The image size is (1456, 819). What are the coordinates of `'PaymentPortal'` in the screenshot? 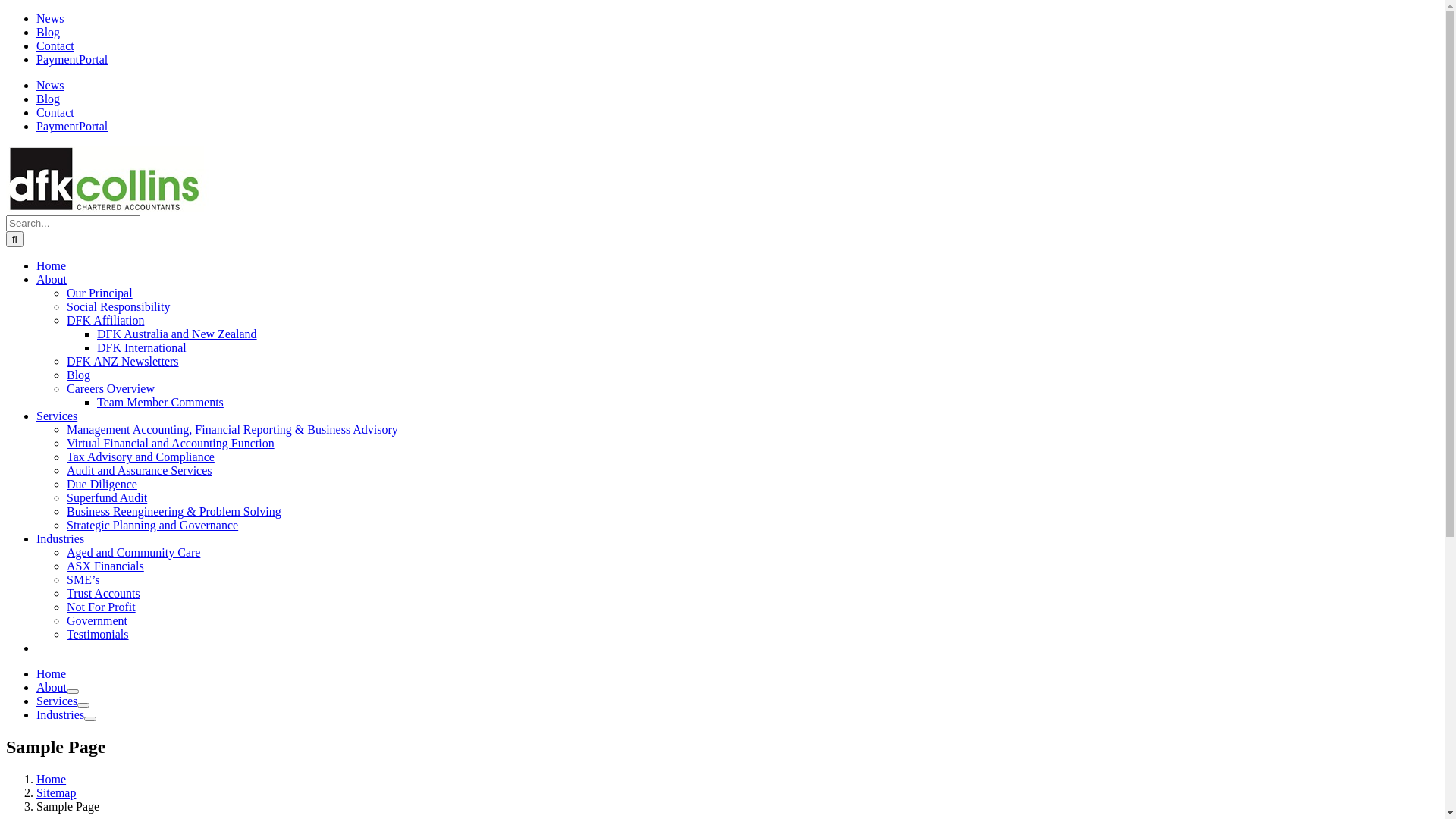 It's located at (71, 125).